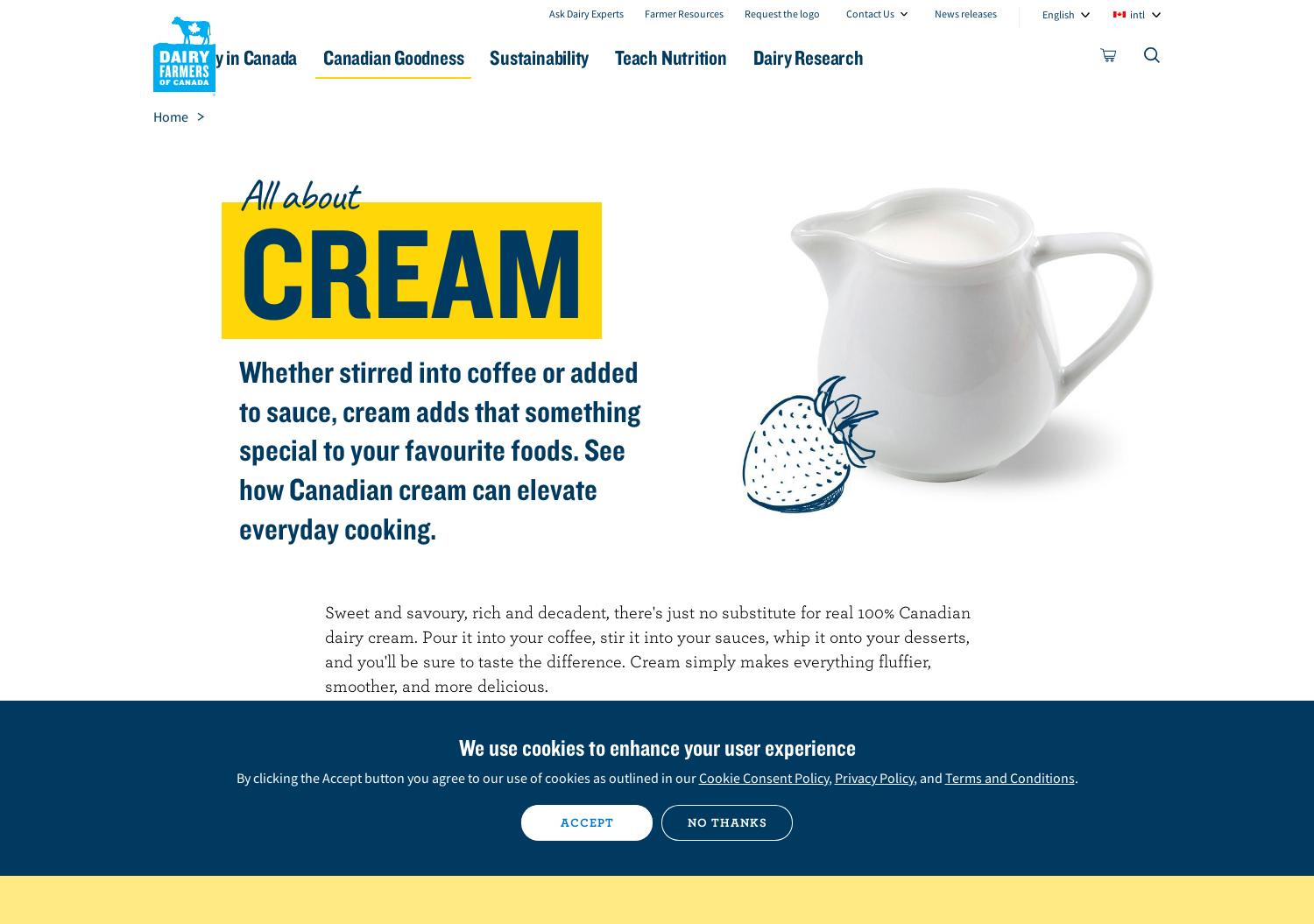  What do you see at coordinates (439, 449) in the screenshot?
I see `'Whether stirred into coffee or added to sauce, cream adds that something special to your favourite foods. See how Canadian cream can elevate everyday cooking.'` at bounding box center [439, 449].